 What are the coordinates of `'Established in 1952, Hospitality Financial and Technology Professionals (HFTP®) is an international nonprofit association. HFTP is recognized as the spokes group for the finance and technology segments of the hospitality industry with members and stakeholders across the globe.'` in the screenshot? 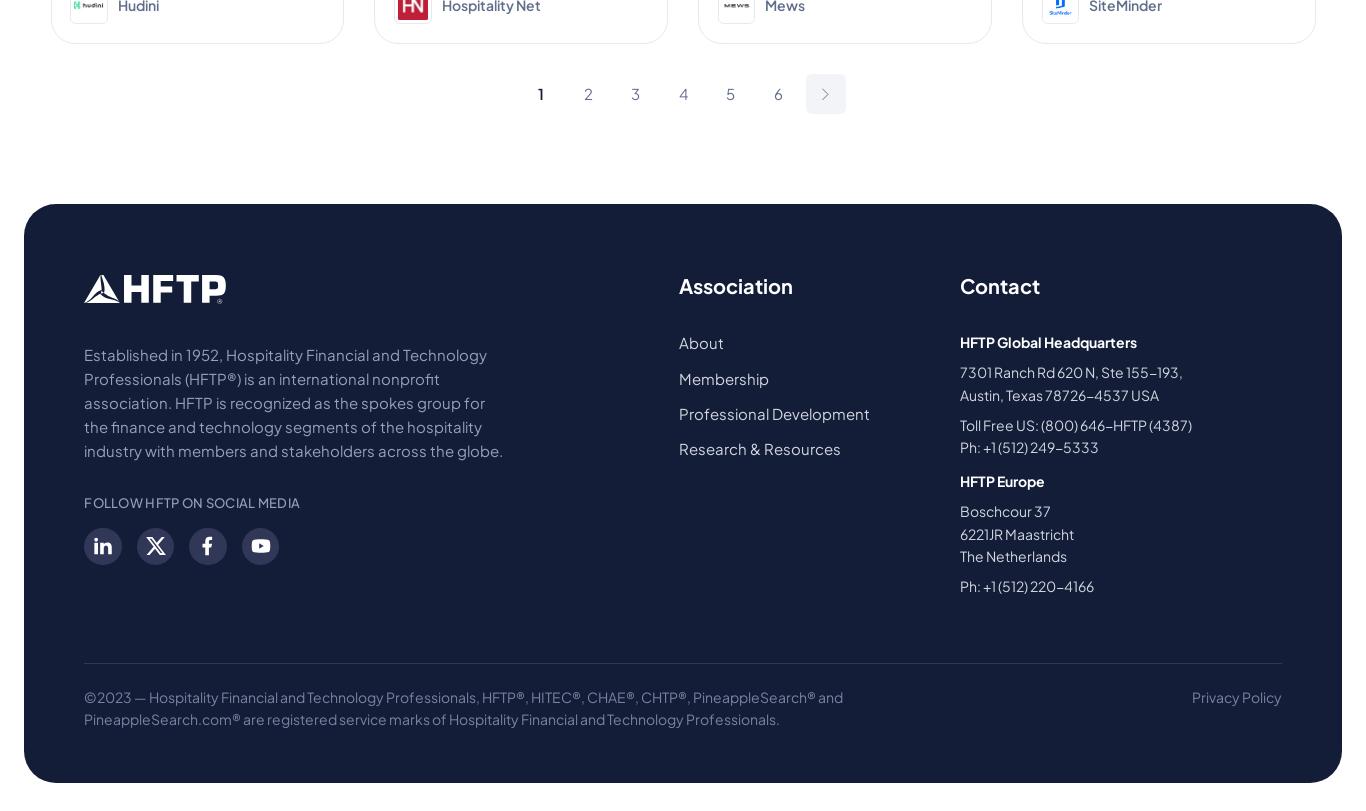 It's located at (293, 401).